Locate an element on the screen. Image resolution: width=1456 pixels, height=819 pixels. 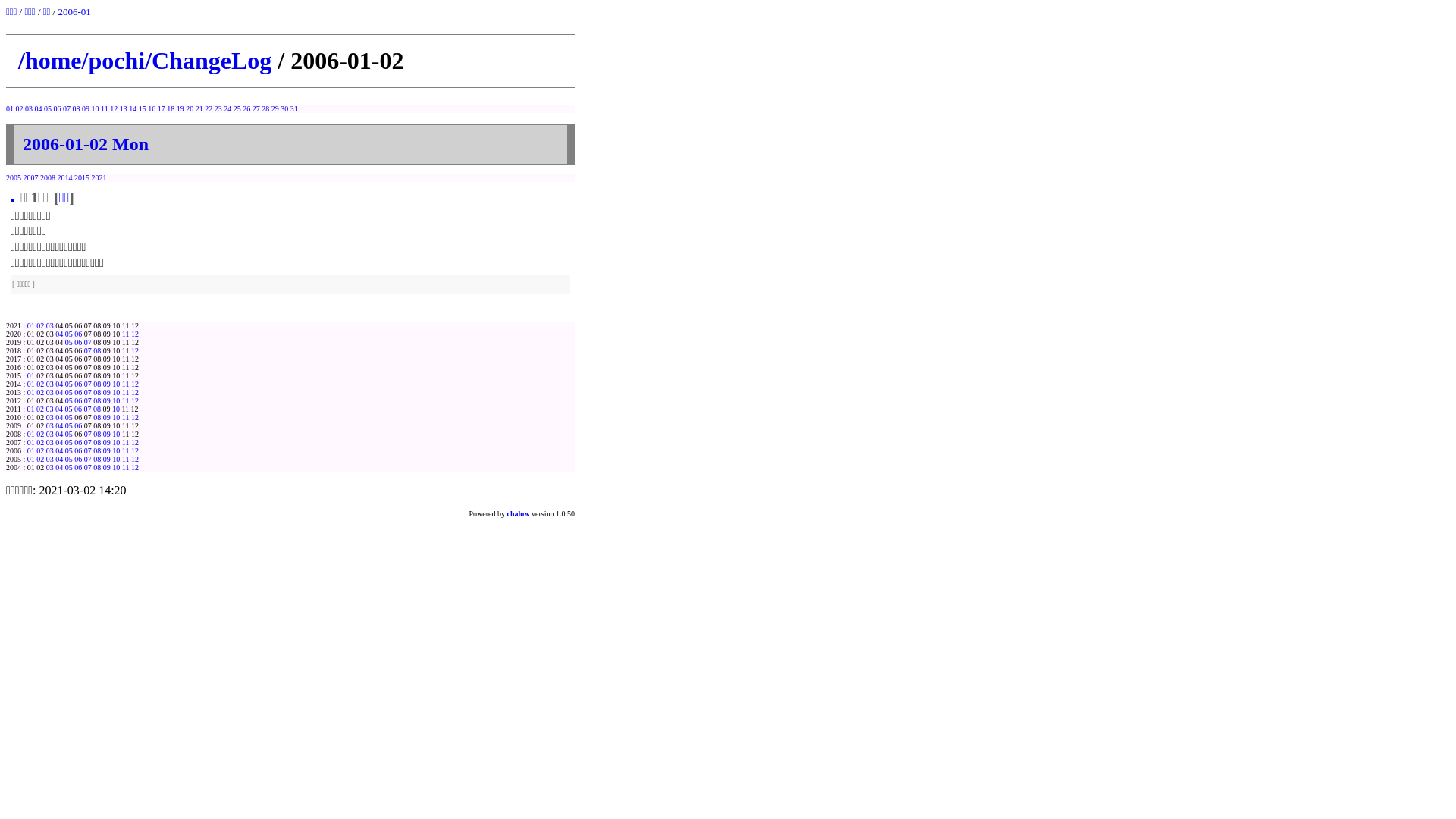
'07' is located at coordinates (86, 458).